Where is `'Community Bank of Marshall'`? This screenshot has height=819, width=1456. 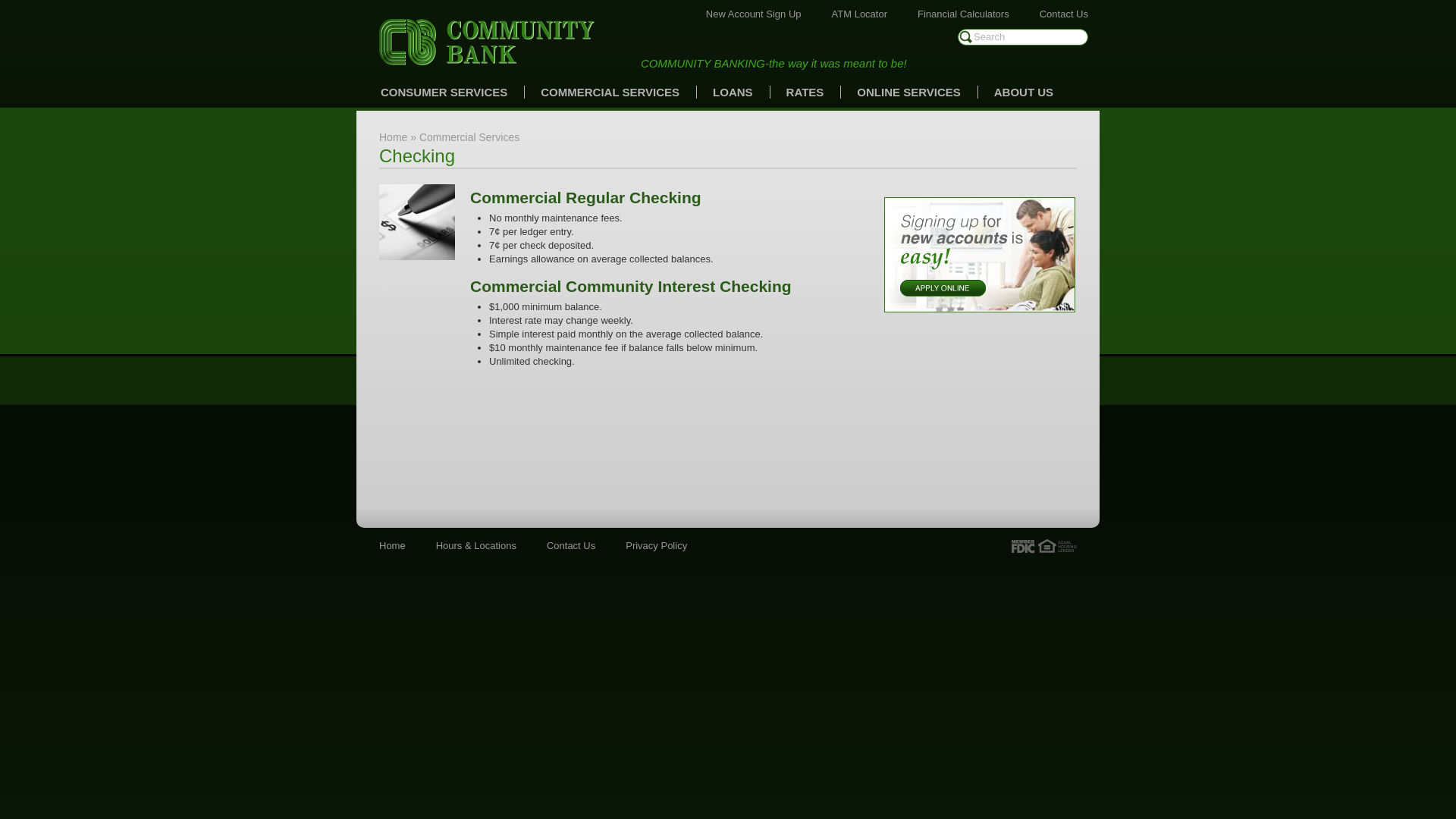 'Community Bank of Marshall' is located at coordinates (378, 41).